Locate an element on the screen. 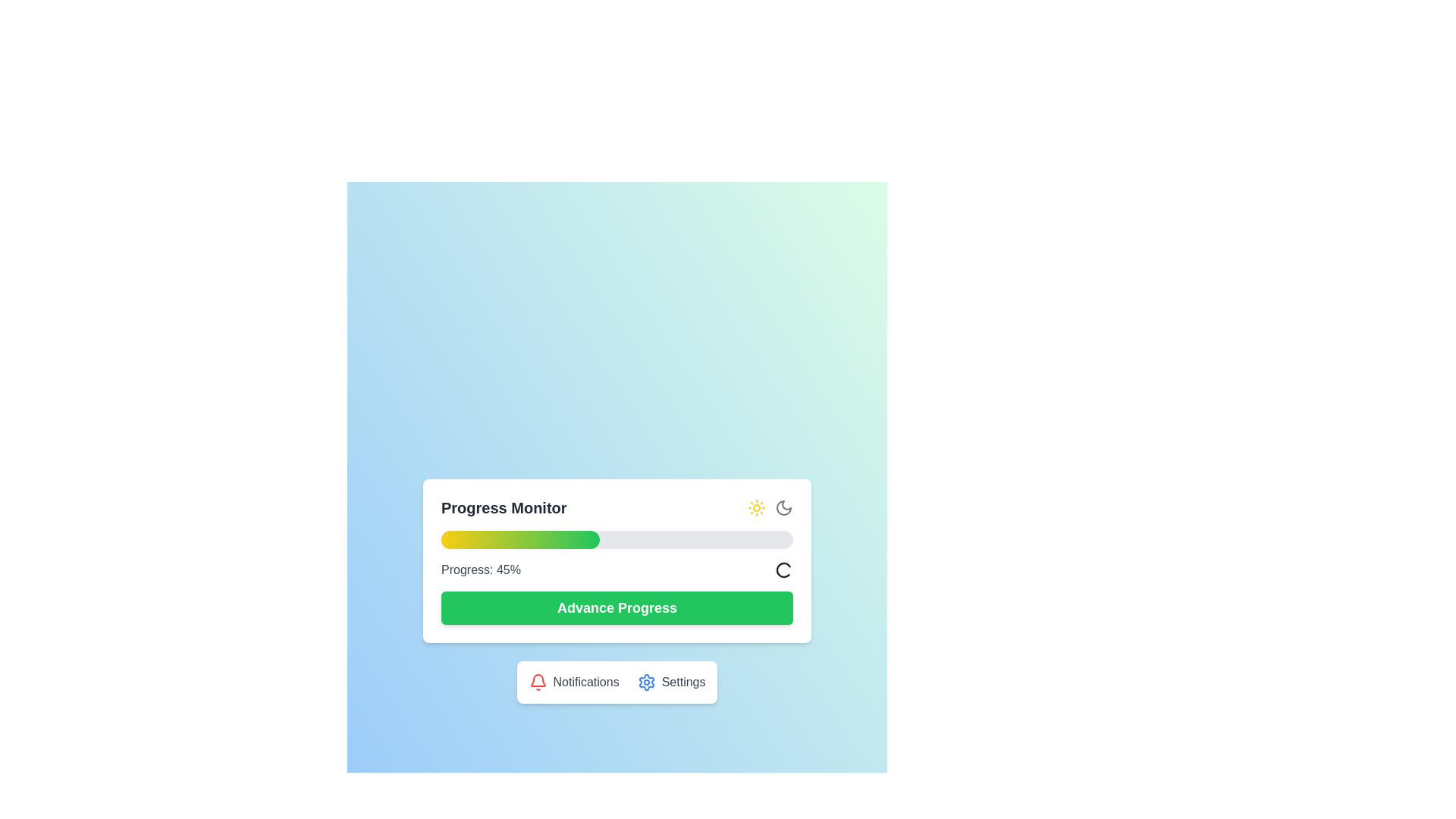 This screenshot has height=819, width=1456. the sun icon, which is a yellow graphic representing daylight is located at coordinates (757, 508).